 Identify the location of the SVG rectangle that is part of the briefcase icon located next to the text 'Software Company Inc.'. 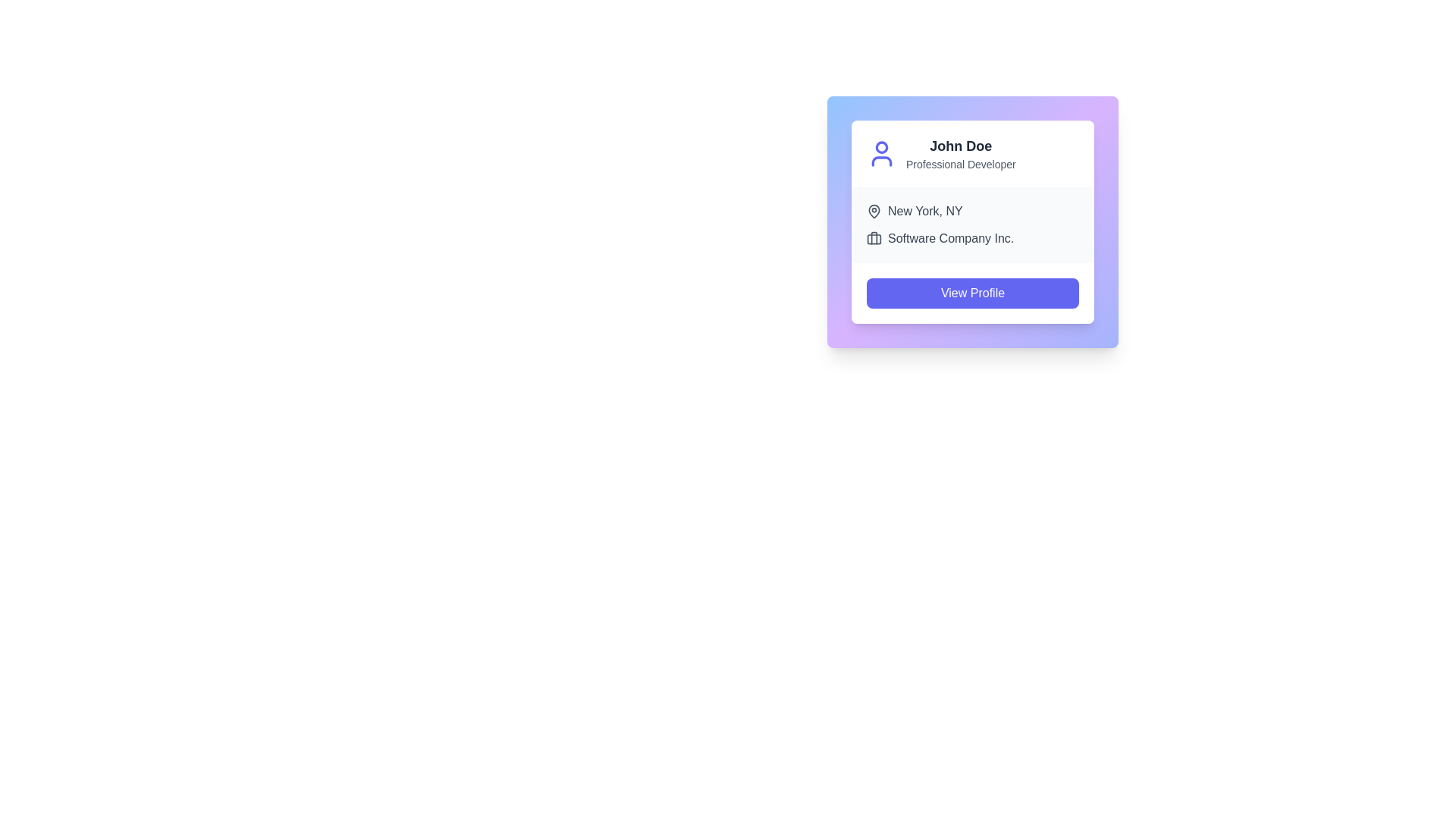
(874, 239).